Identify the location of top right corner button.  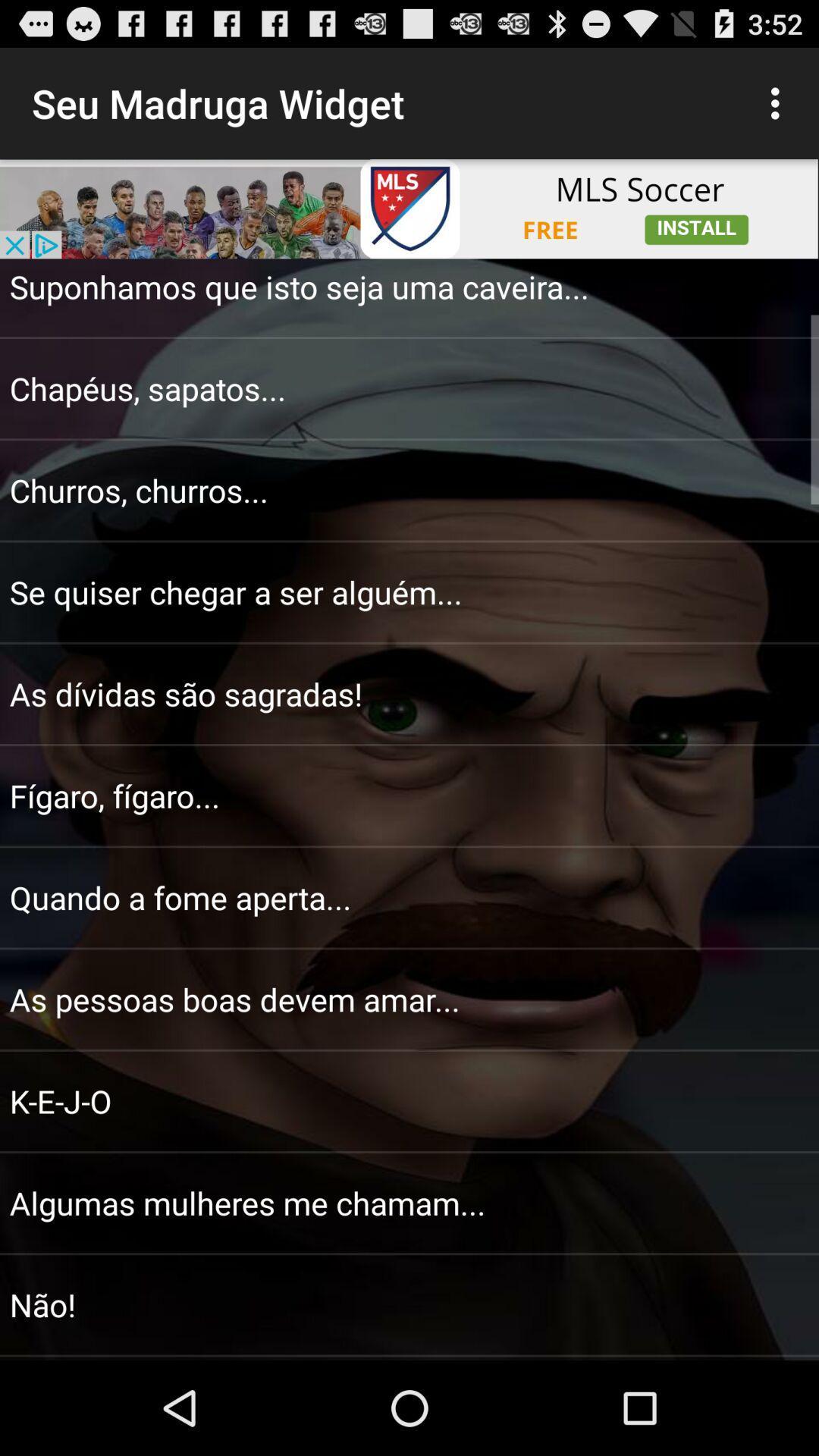
(779, 103).